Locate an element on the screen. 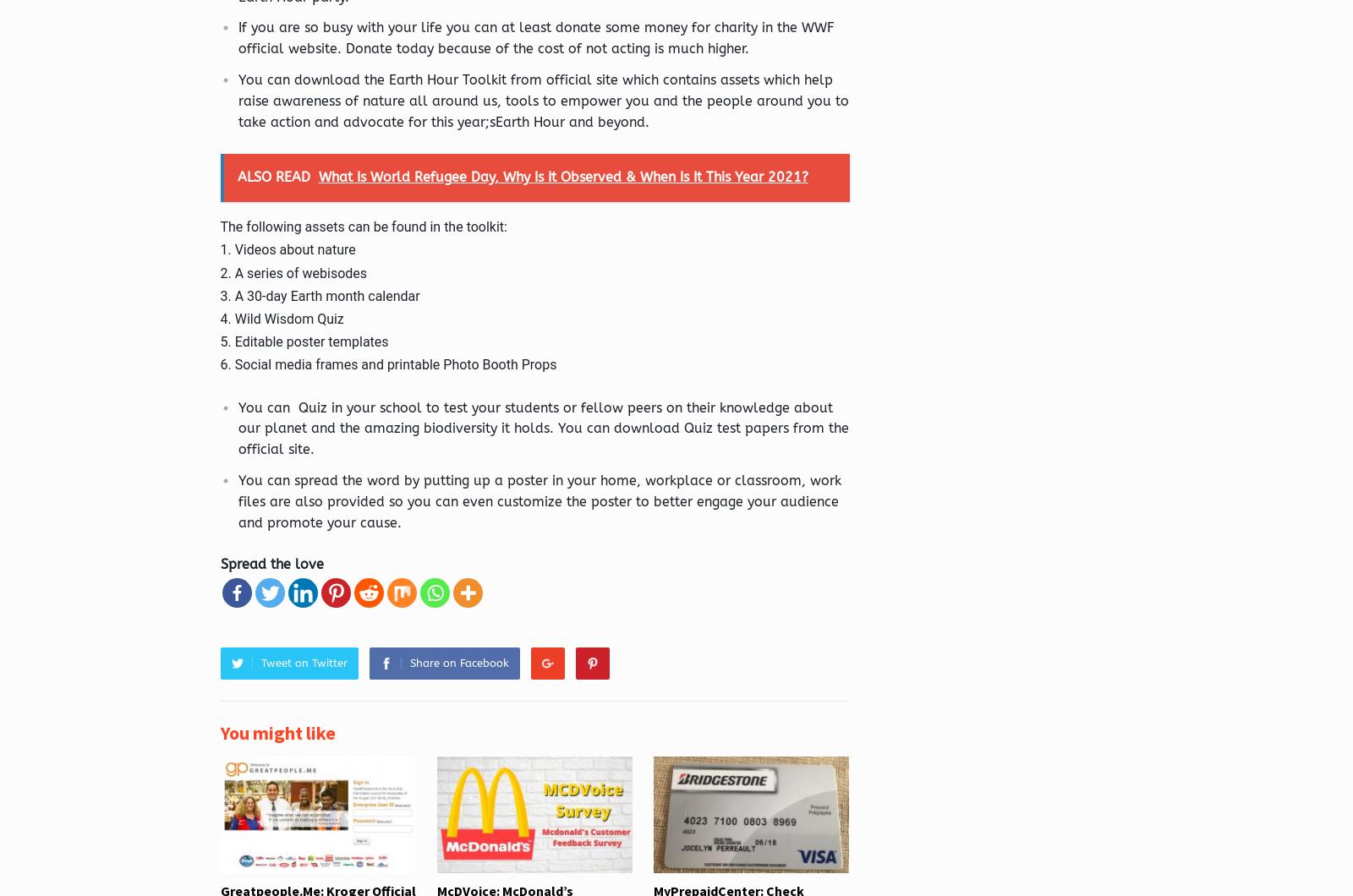 This screenshot has height=896, width=1353. 'You can  Quiz in your school to test your students or fellow peers on their knowledge about our planet and the amazing biodiversity it holds. You can download Quiz test papers from the official site.' is located at coordinates (542, 427).